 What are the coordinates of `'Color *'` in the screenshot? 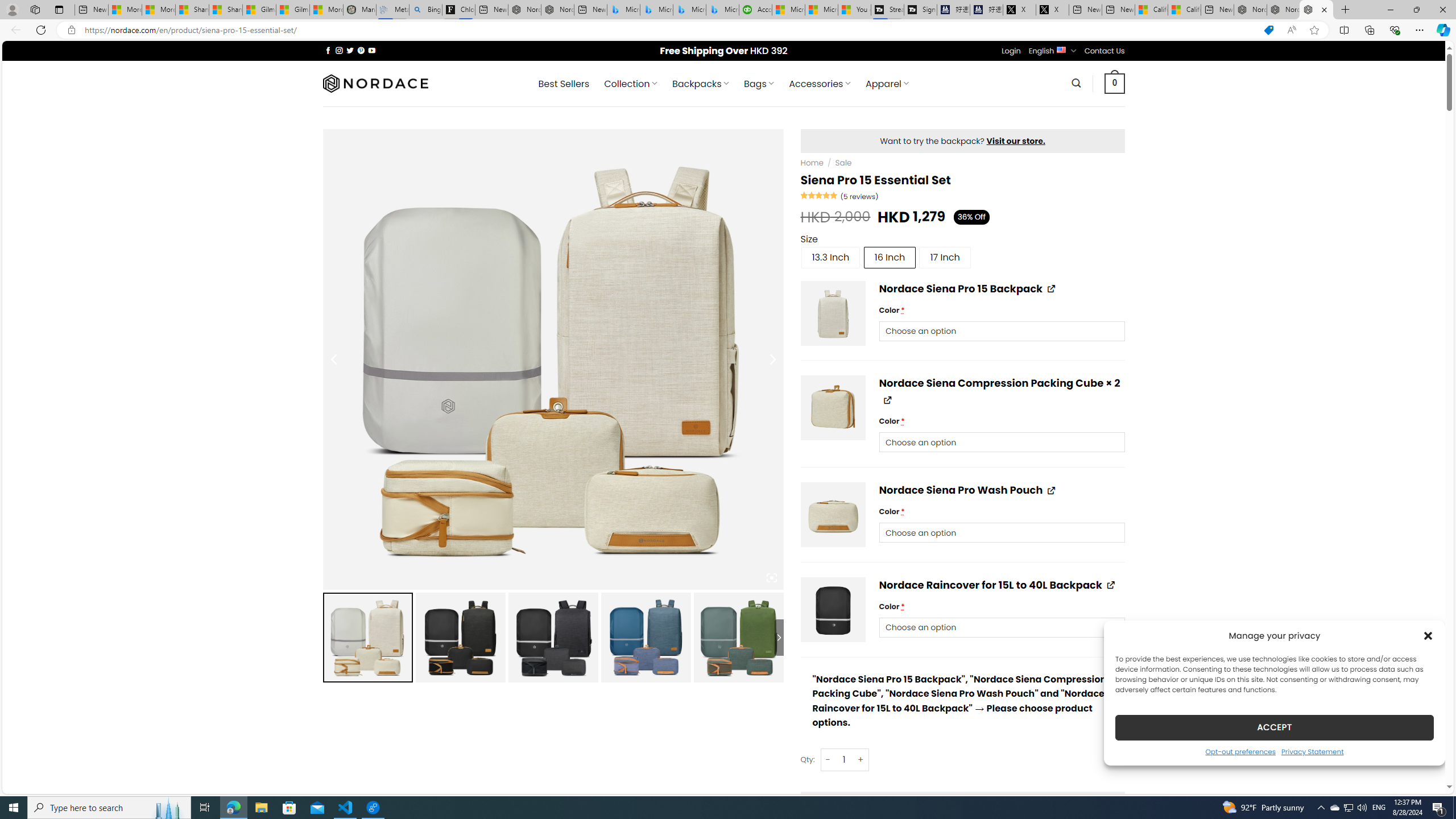 It's located at (1002, 627).